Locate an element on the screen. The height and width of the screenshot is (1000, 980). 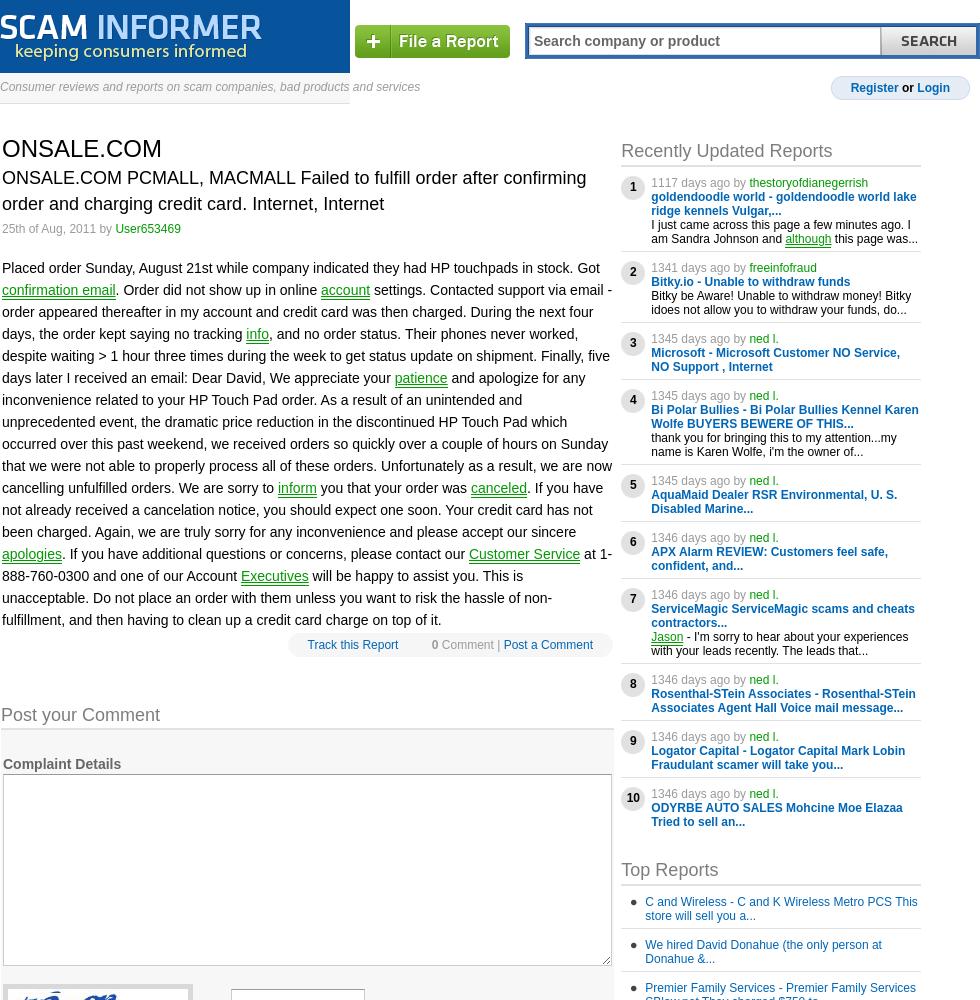
'confirmation email' is located at coordinates (58, 290).